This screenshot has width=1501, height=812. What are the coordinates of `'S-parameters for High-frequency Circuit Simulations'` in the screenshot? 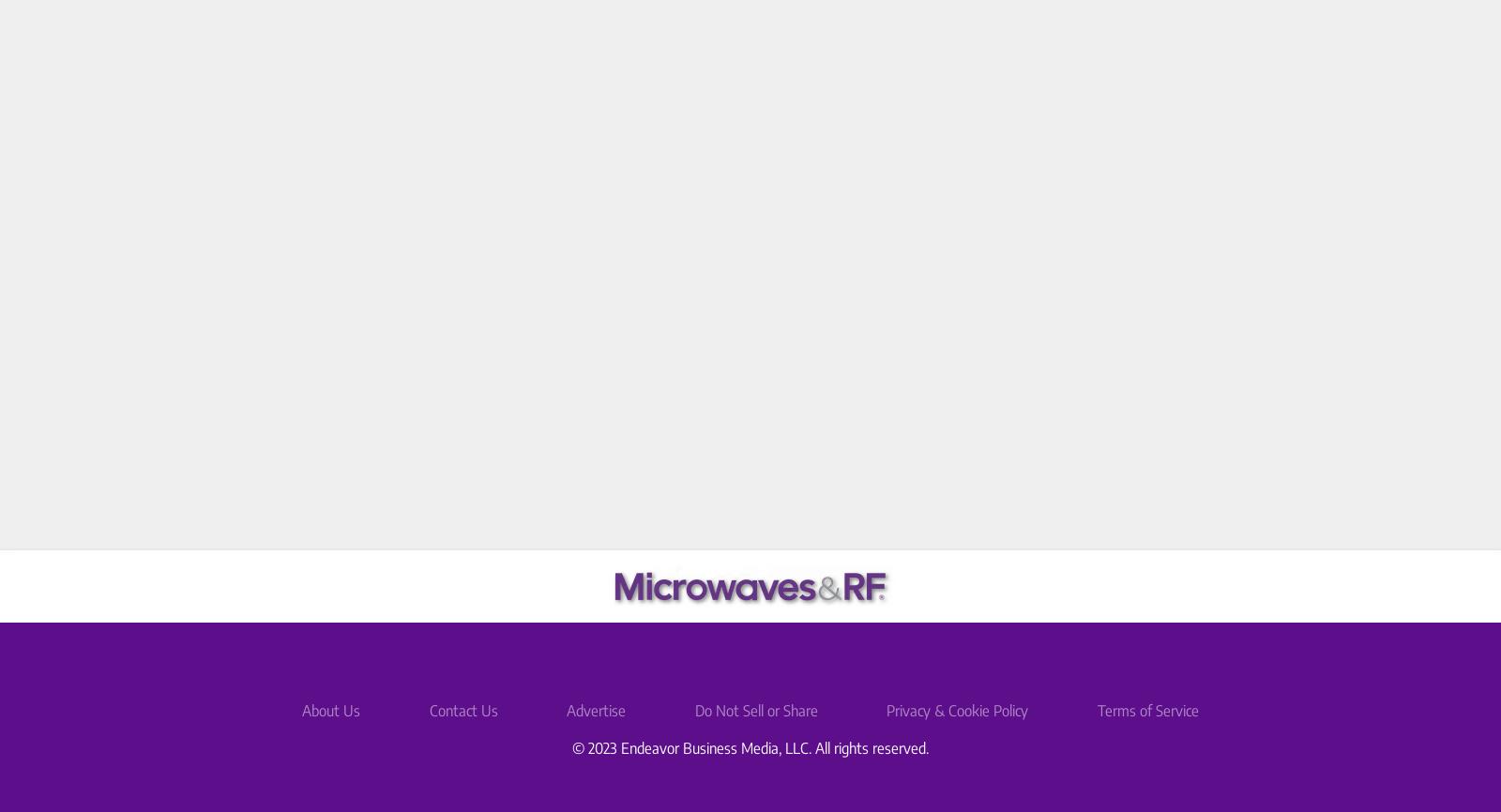 It's located at (857, 259).